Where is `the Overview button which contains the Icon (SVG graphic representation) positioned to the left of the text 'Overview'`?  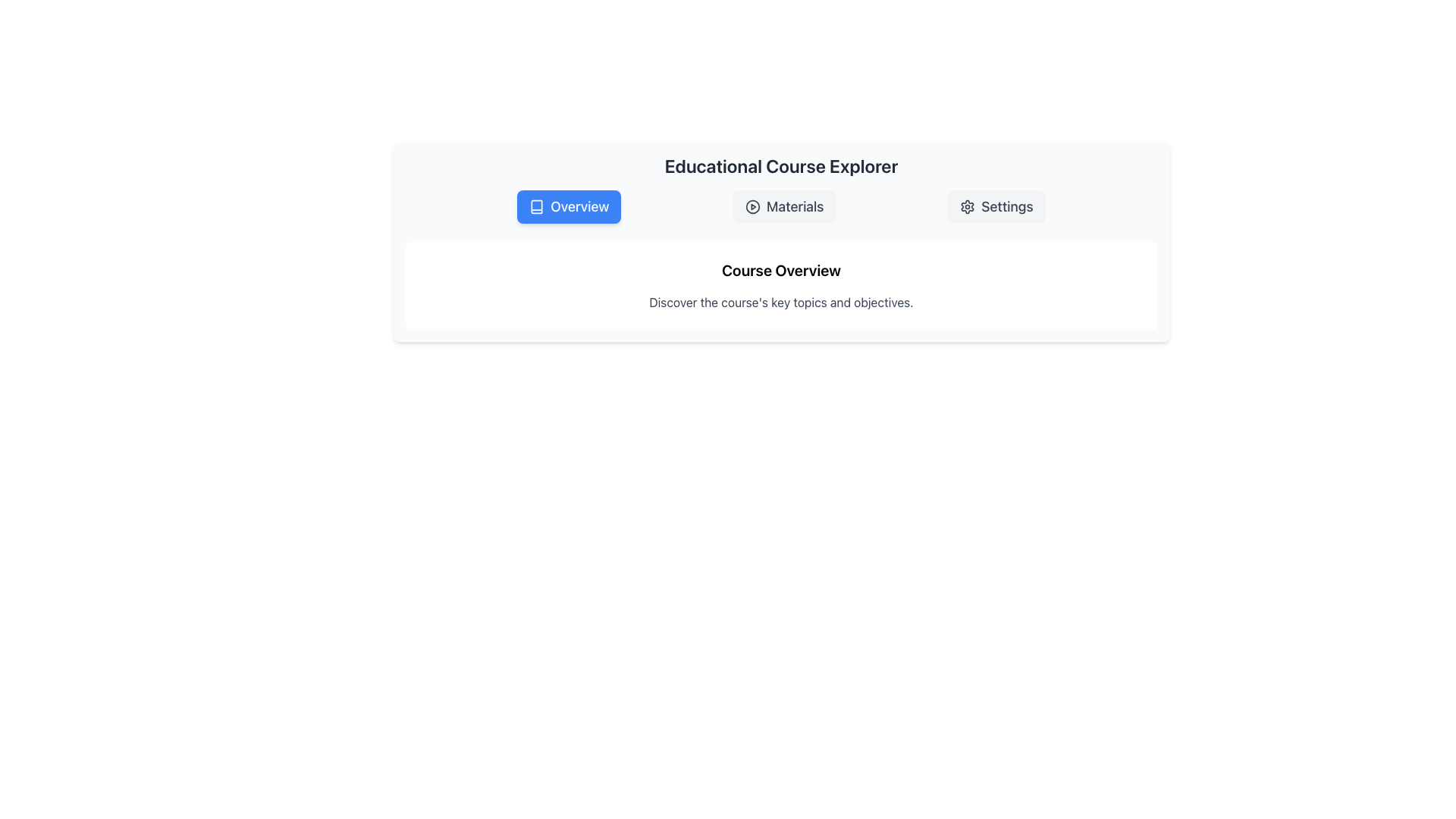
the Overview button which contains the Icon (SVG graphic representation) positioned to the left of the text 'Overview' is located at coordinates (537, 207).